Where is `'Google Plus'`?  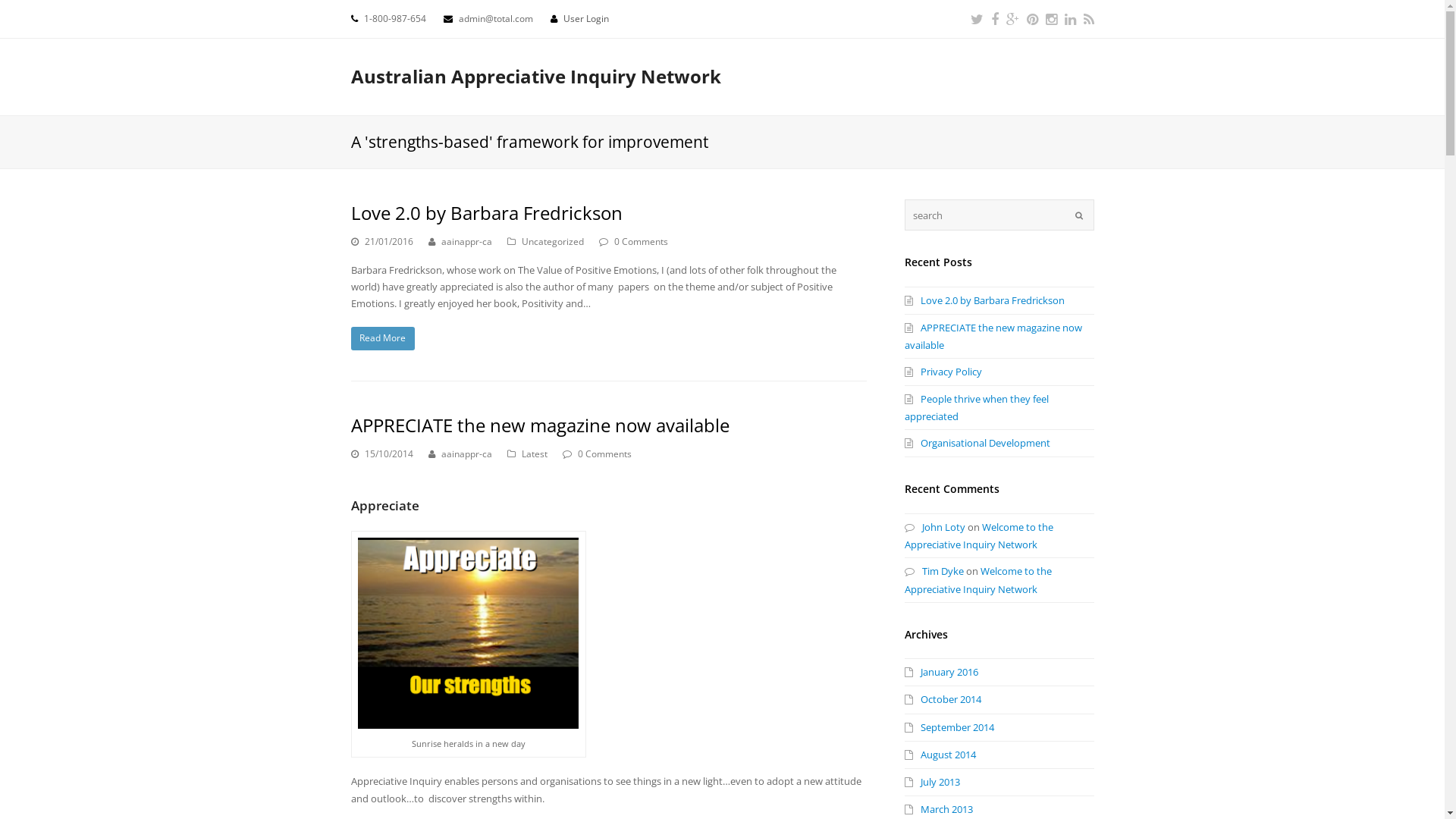
'Google Plus' is located at coordinates (1005, 18).